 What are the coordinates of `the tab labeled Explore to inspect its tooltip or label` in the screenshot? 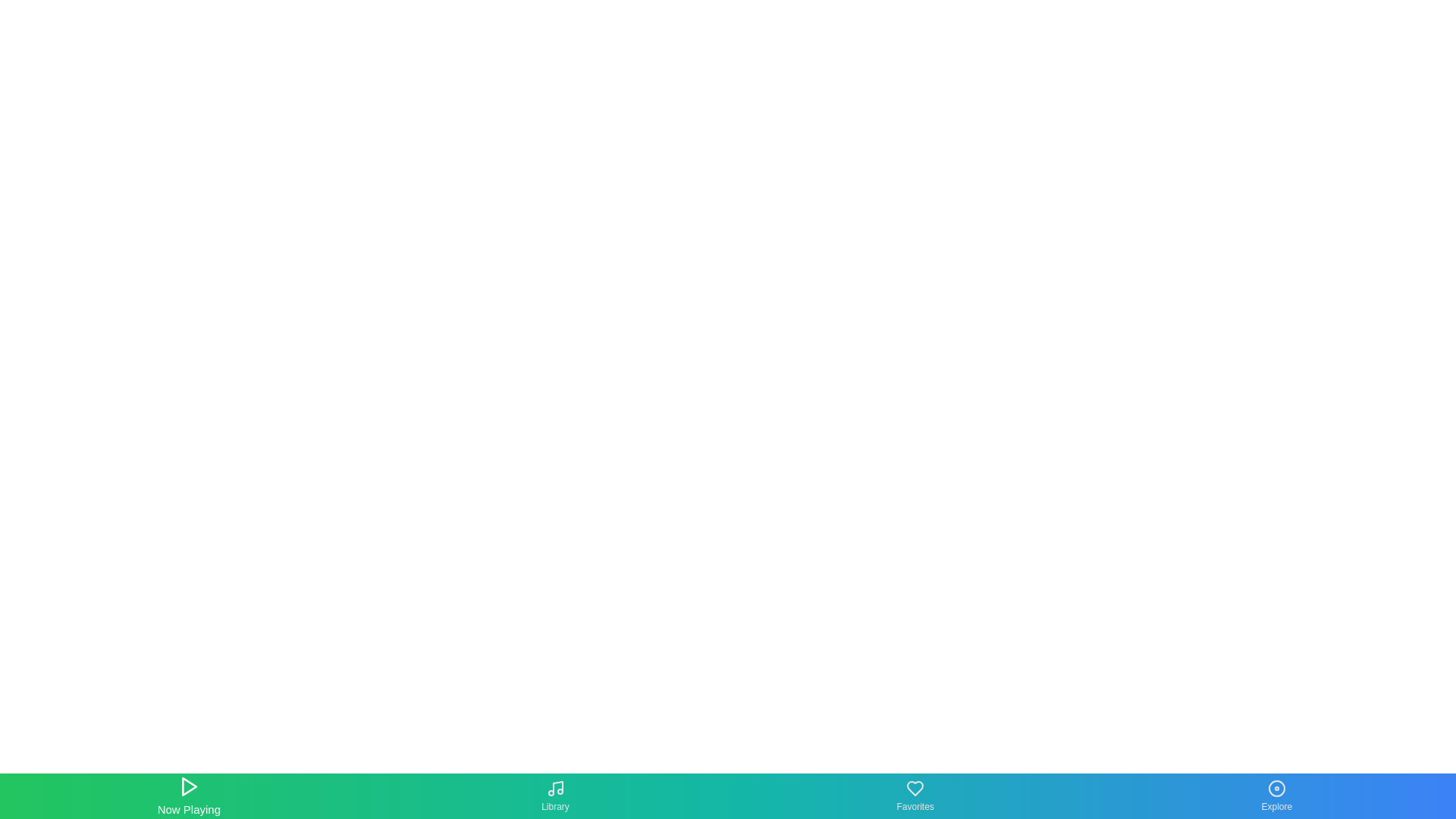 It's located at (1276, 795).